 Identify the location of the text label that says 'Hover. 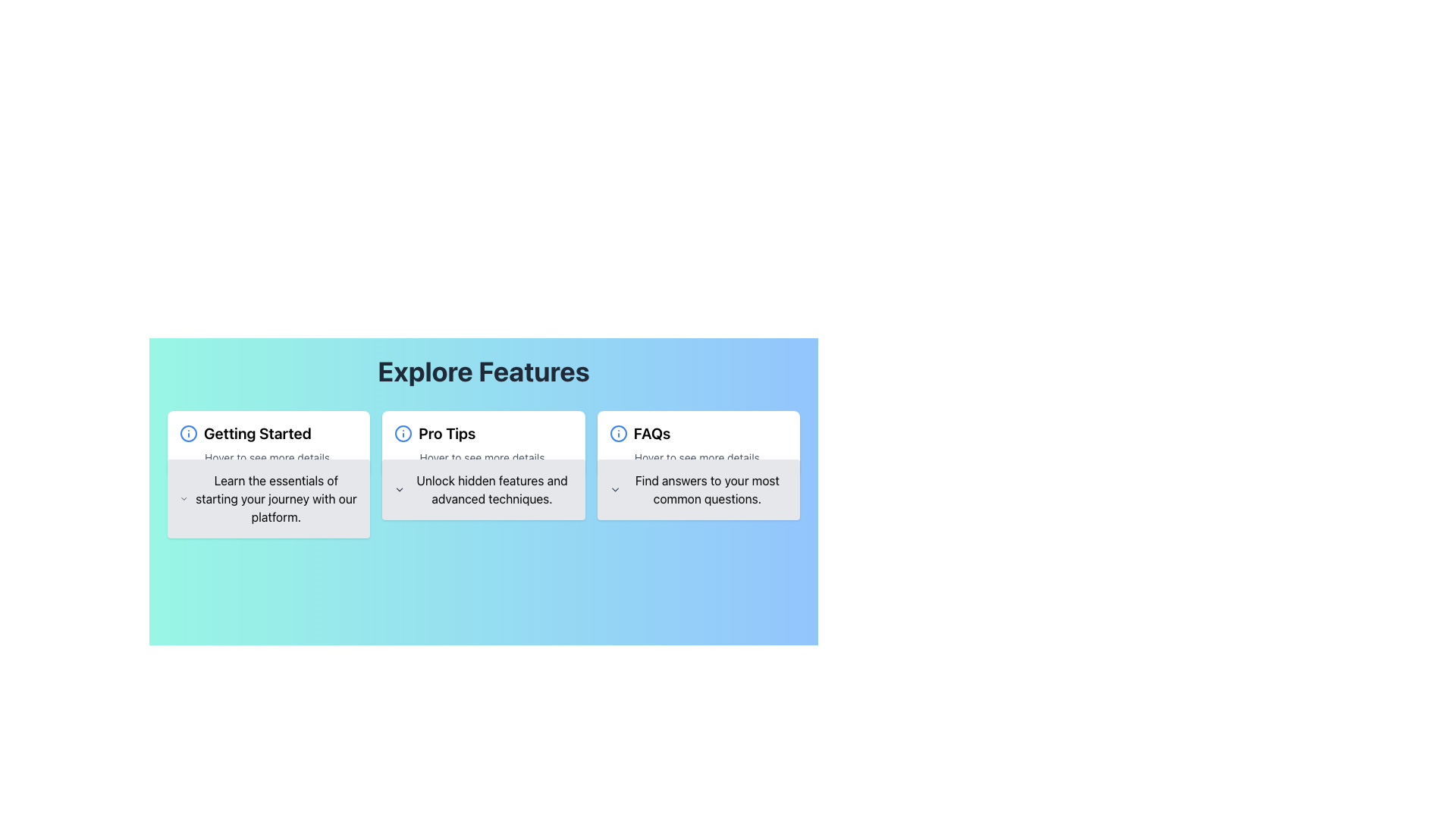
(483, 457).